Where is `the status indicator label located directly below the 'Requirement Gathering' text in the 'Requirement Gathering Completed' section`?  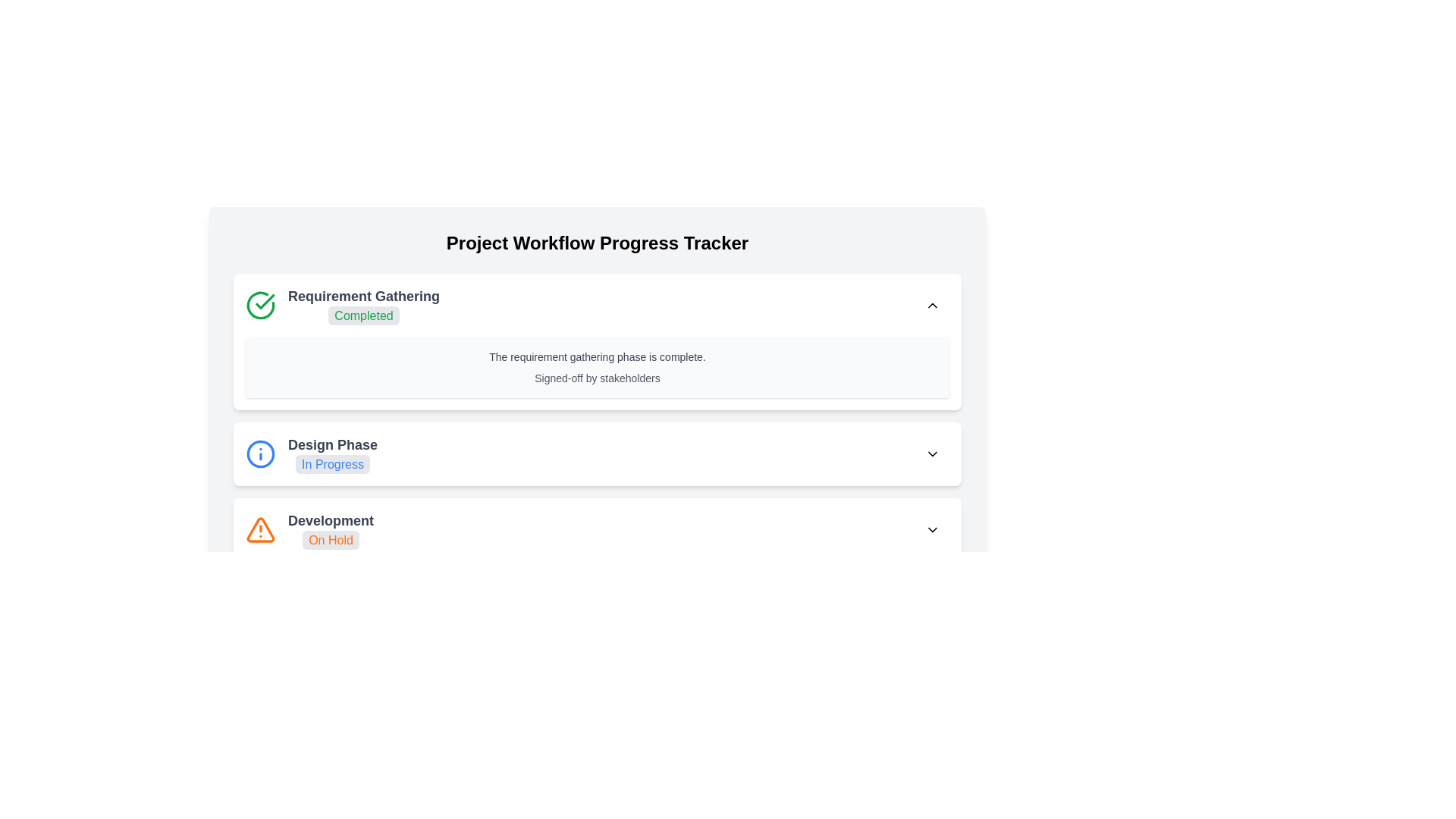
the status indicator label located directly below the 'Requirement Gathering' text in the 'Requirement Gathering Completed' section is located at coordinates (364, 305).